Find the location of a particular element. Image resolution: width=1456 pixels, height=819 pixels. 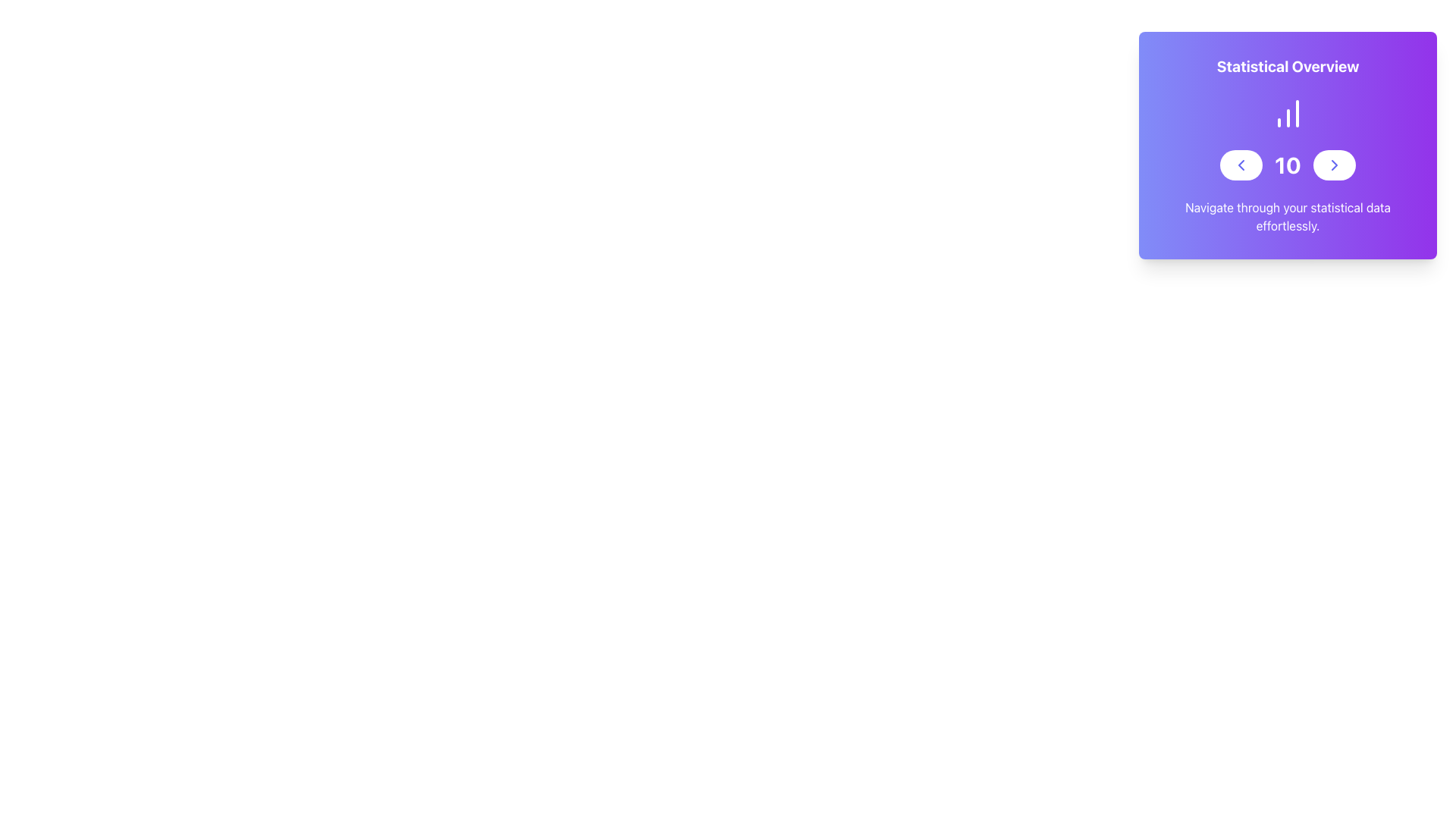

the forward navigation button located in a rounded rectangle on the right side of the small navigation panel to advance forward is located at coordinates (1333, 165).